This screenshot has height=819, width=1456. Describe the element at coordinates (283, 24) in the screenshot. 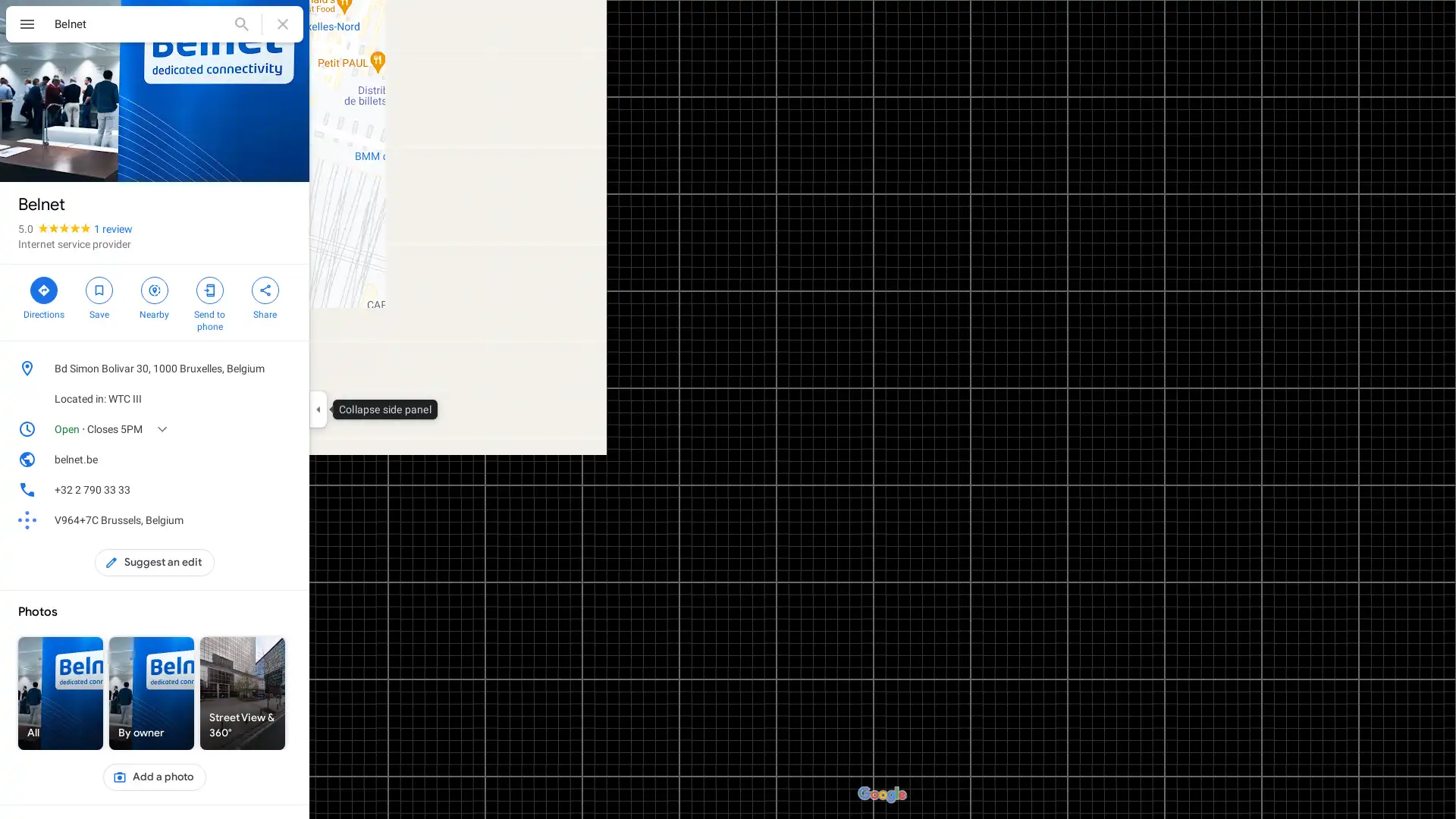

I see `Clear search` at that location.